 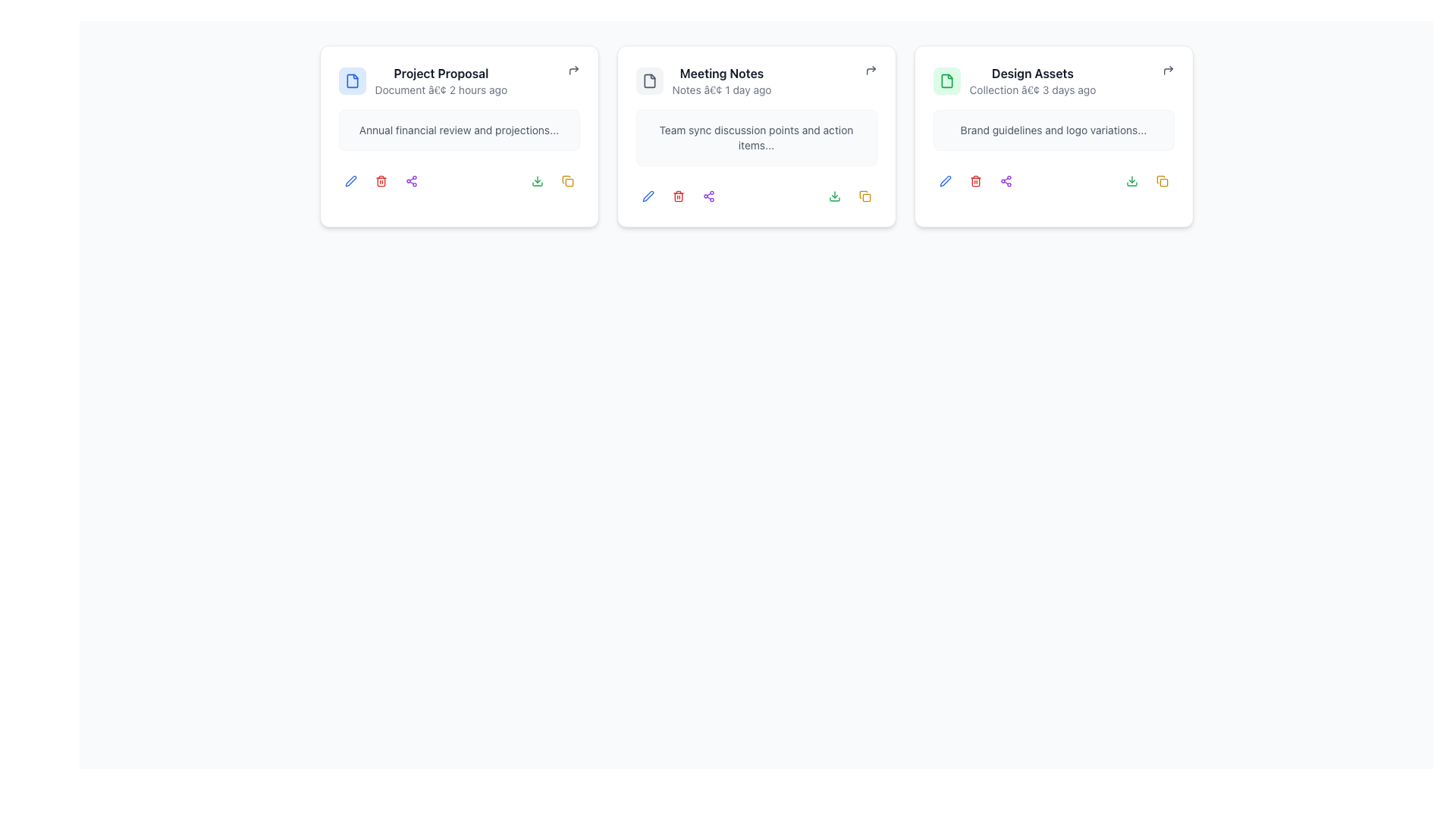 What do you see at coordinates (458, 81) in the screenshot?
I see `the document or project proposal summary element located at the top of the first card in a three-column grid layout` at bounding box center [458, 81].